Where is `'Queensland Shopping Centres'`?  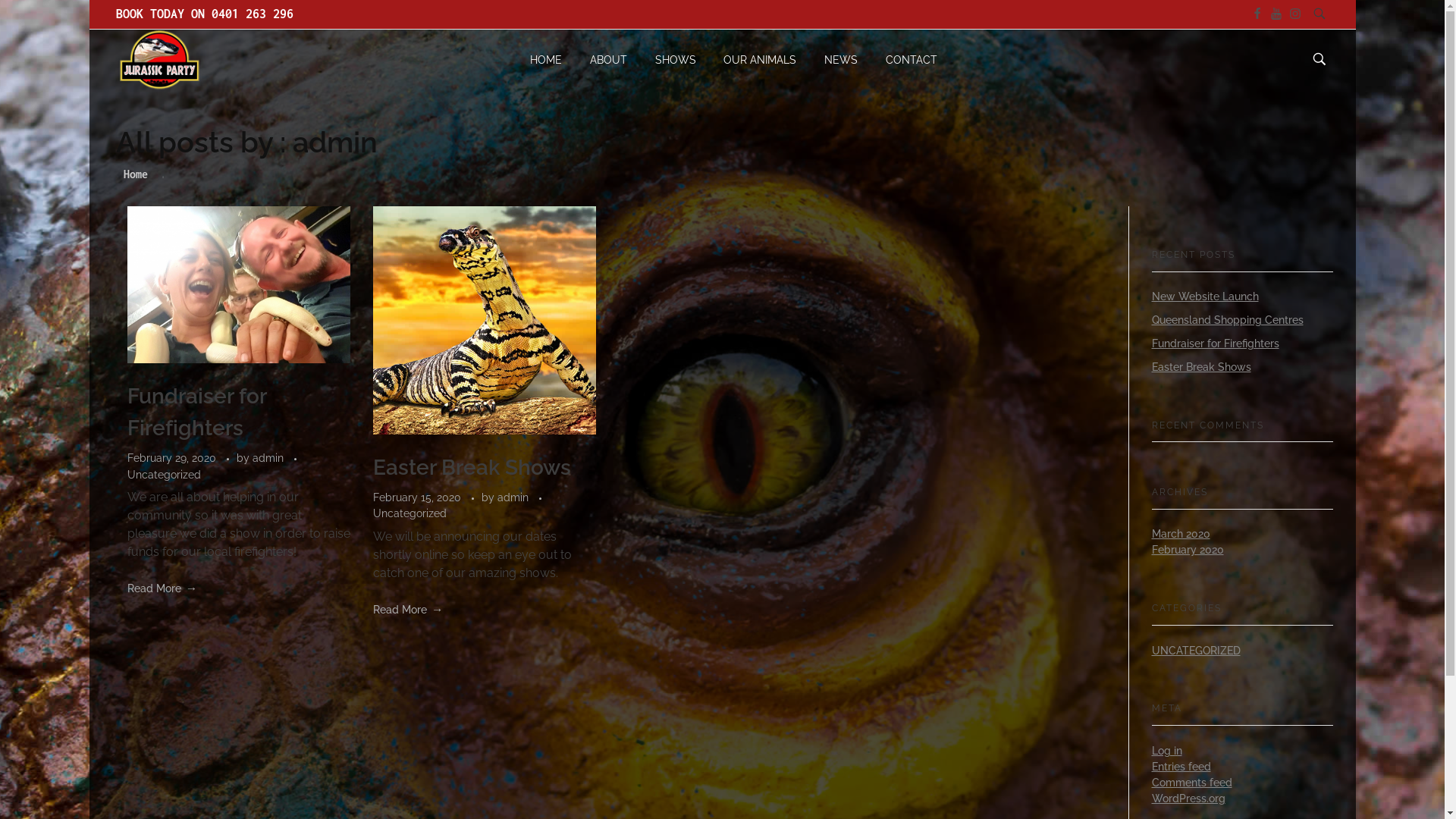
'Queensland Shopping Centres' is located at coordinates (1226, 318).